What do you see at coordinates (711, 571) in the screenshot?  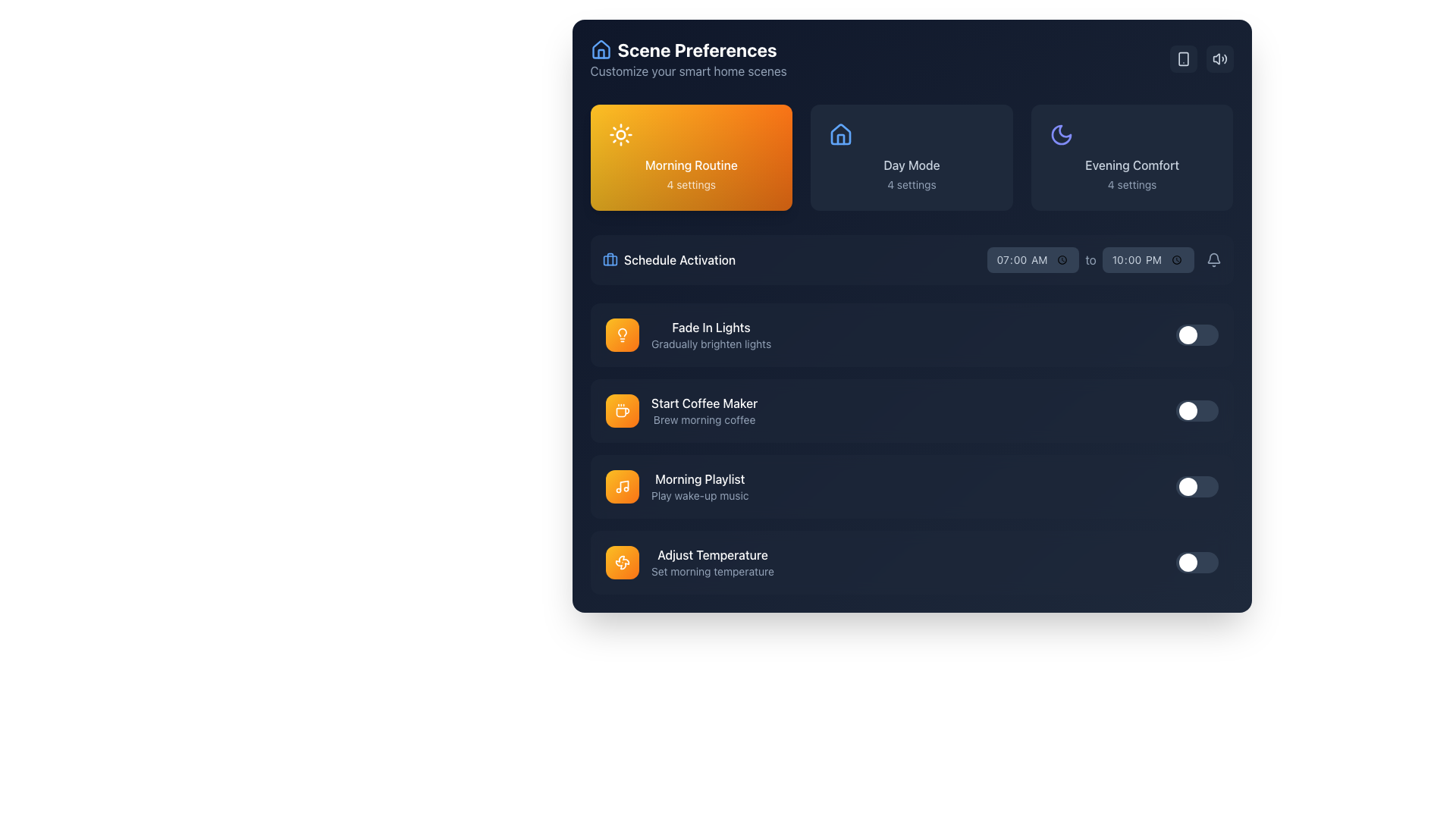 I see `static text label displaying 'Set morning temperature', which is located below the bold label 'Adjust Temperature' in the list of smart scene operations` at bounding box center [711, 571].